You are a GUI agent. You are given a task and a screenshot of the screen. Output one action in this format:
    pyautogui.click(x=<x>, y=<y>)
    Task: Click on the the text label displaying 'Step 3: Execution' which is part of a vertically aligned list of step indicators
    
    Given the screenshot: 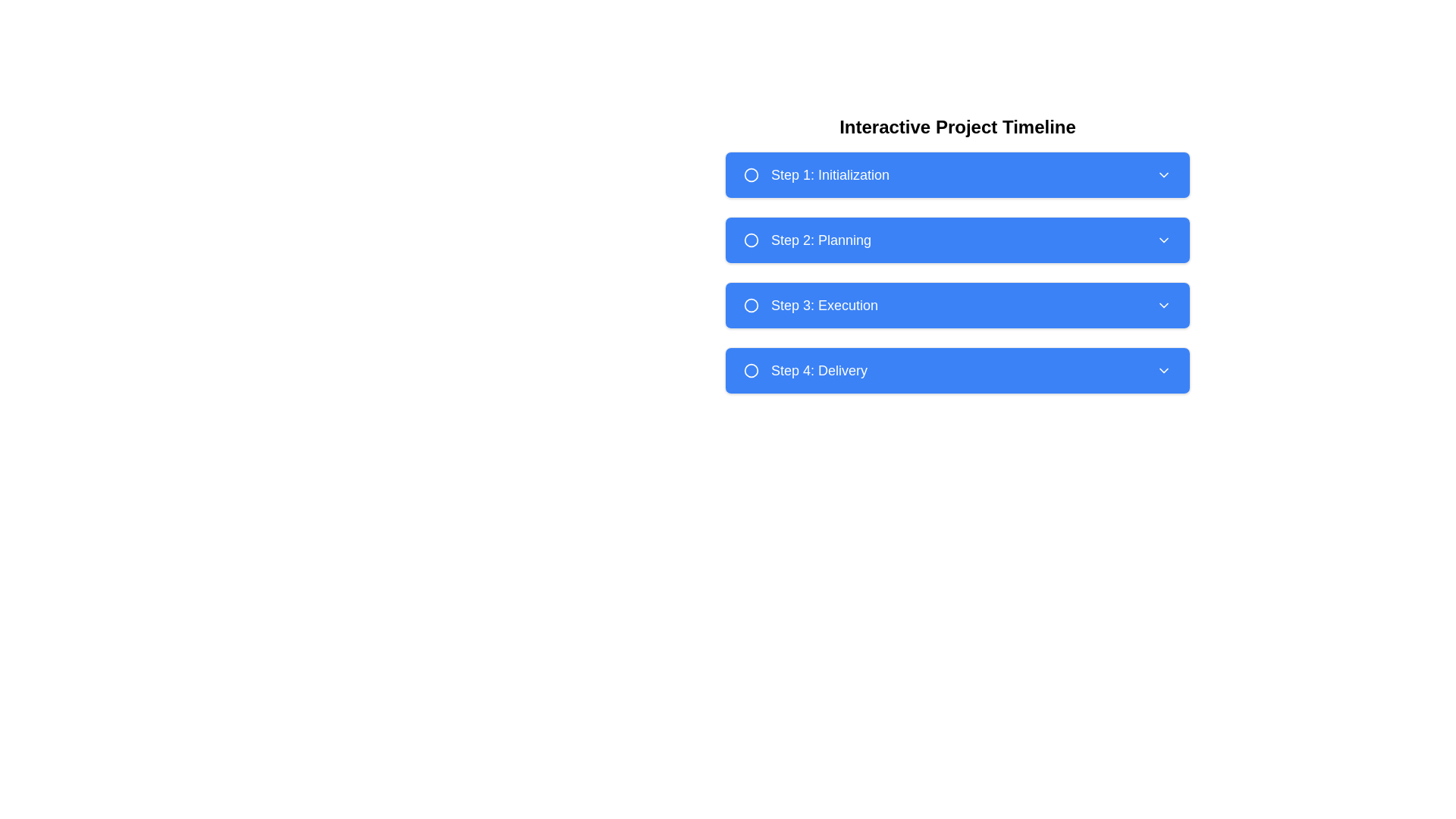 What is the action you would take?
    pyautogui.click(x=824, y=305)
    